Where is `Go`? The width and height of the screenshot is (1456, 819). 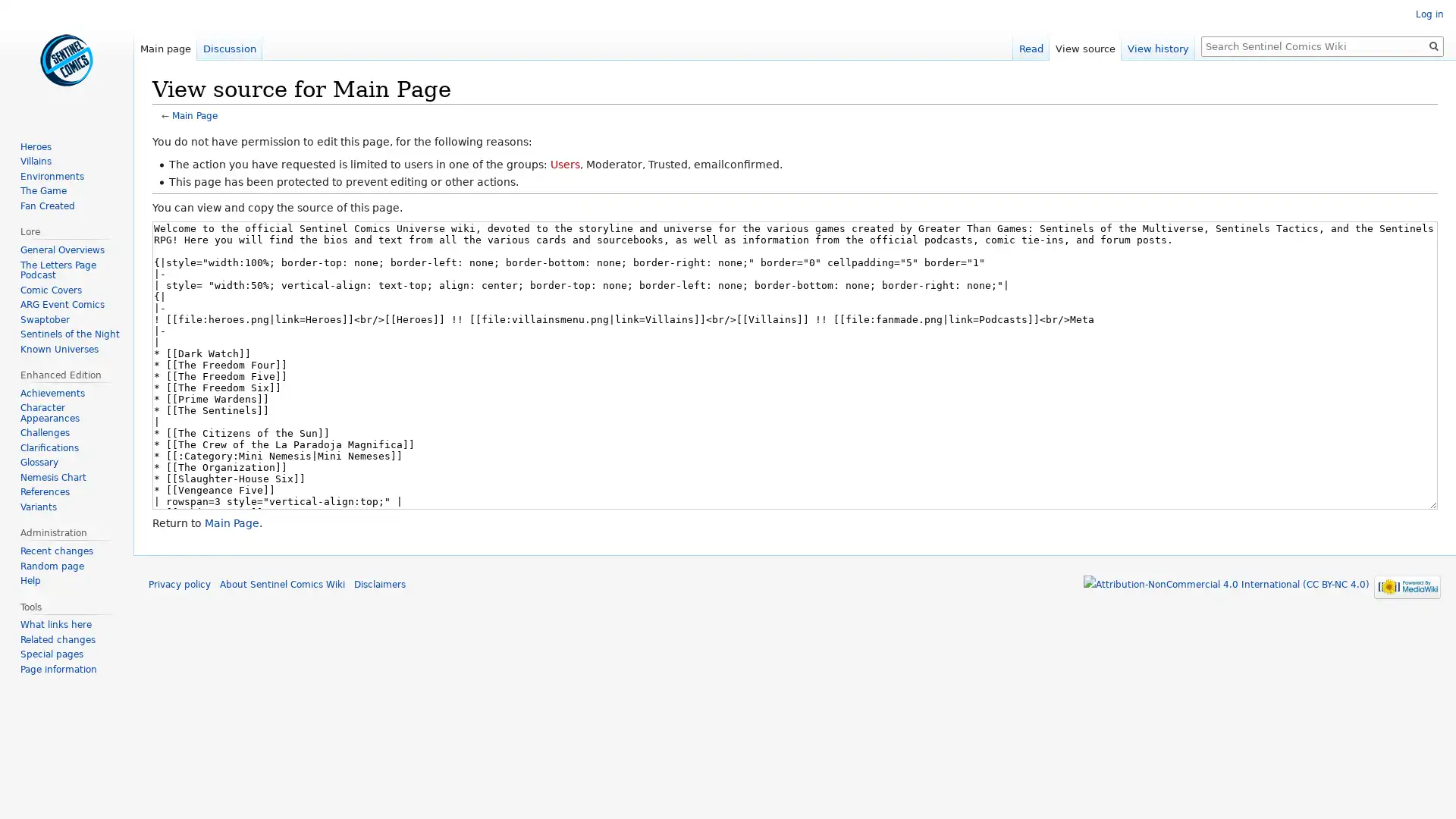
Go is located at coordinates (1433, 45).